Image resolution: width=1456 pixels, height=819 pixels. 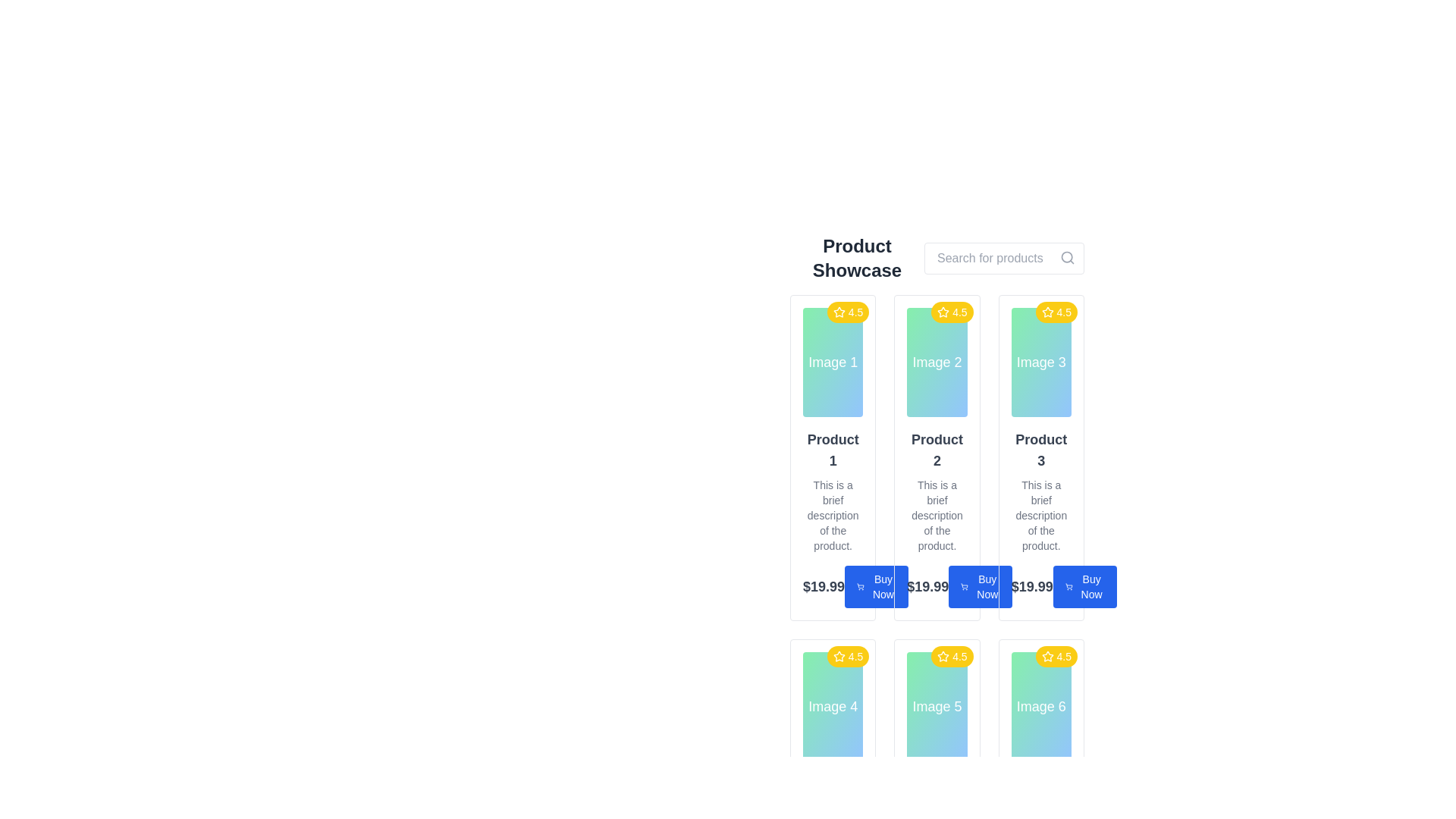 I want to click on the bold textual label 'Product Showcase' which is displayed in large, dark-gray font on a white background, located on the left side of the search bar, so click(x=857, y=257).